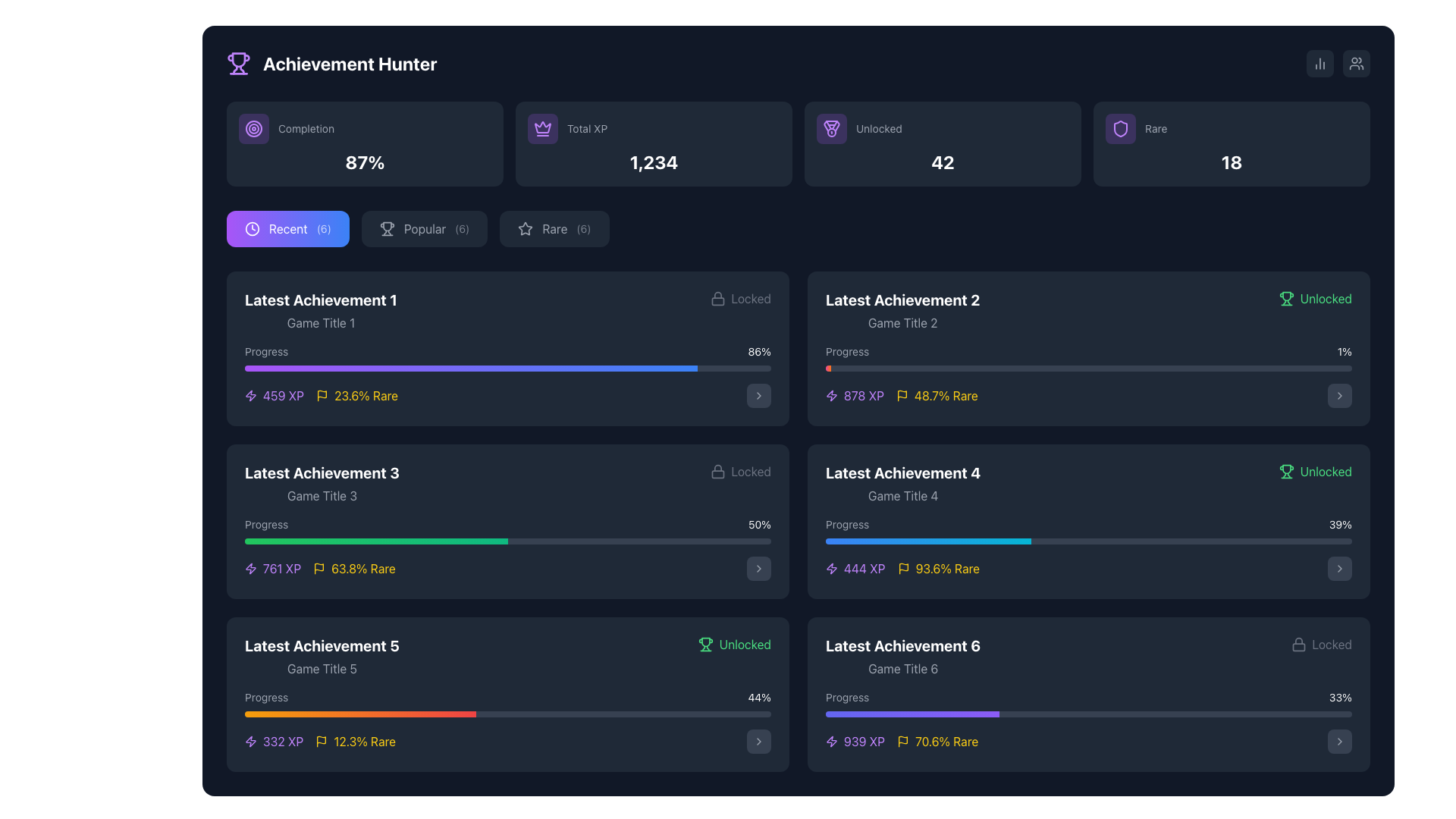 Image resolution: width=1456 pixels, height=819 pixels. What do you see at coordinates (355, 741) in the screenshot?
I see `the rarity percentage displayed in the text element located at the bottom-left of the 'Latest Achievement 5' card, which indicates the uniqueness of the achievement` at bounding box center [355, 741].